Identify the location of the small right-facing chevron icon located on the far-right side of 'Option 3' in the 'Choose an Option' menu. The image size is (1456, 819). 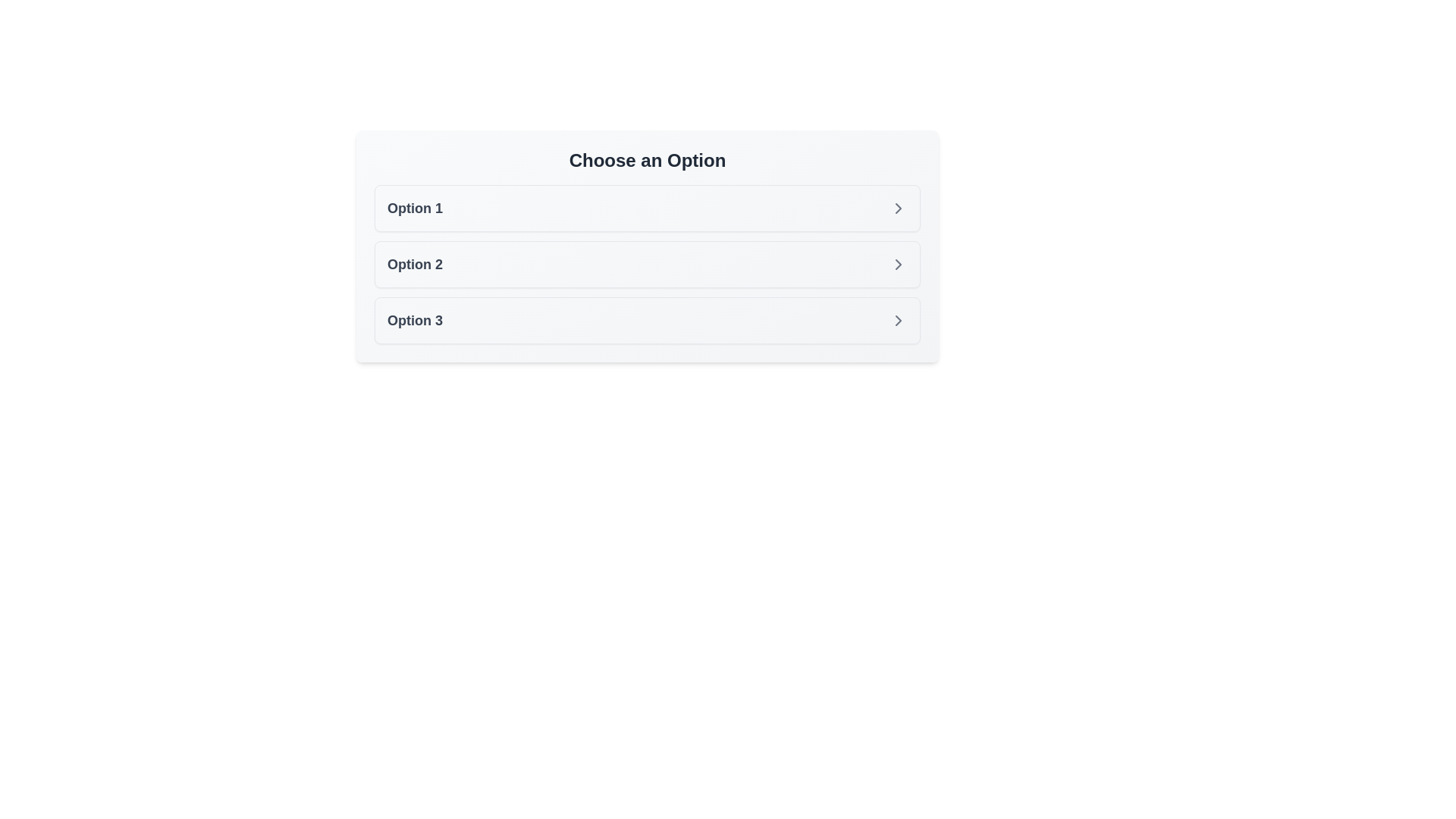
(899, 320).